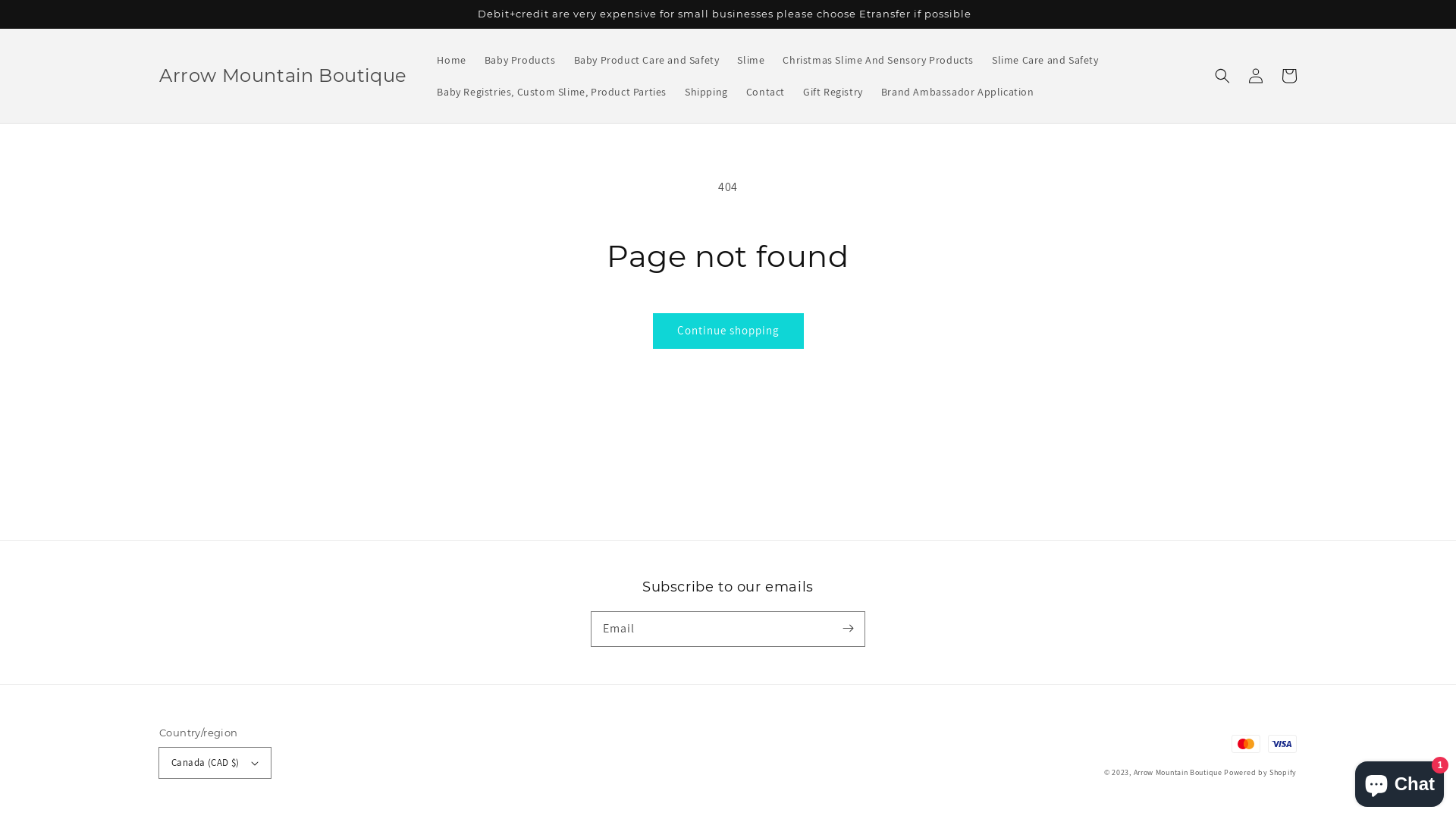  What do you see at coordinates (1350, 780) in the screenshot?
I see `'Shopify online store chat'` at bounding box center [1350, 780].